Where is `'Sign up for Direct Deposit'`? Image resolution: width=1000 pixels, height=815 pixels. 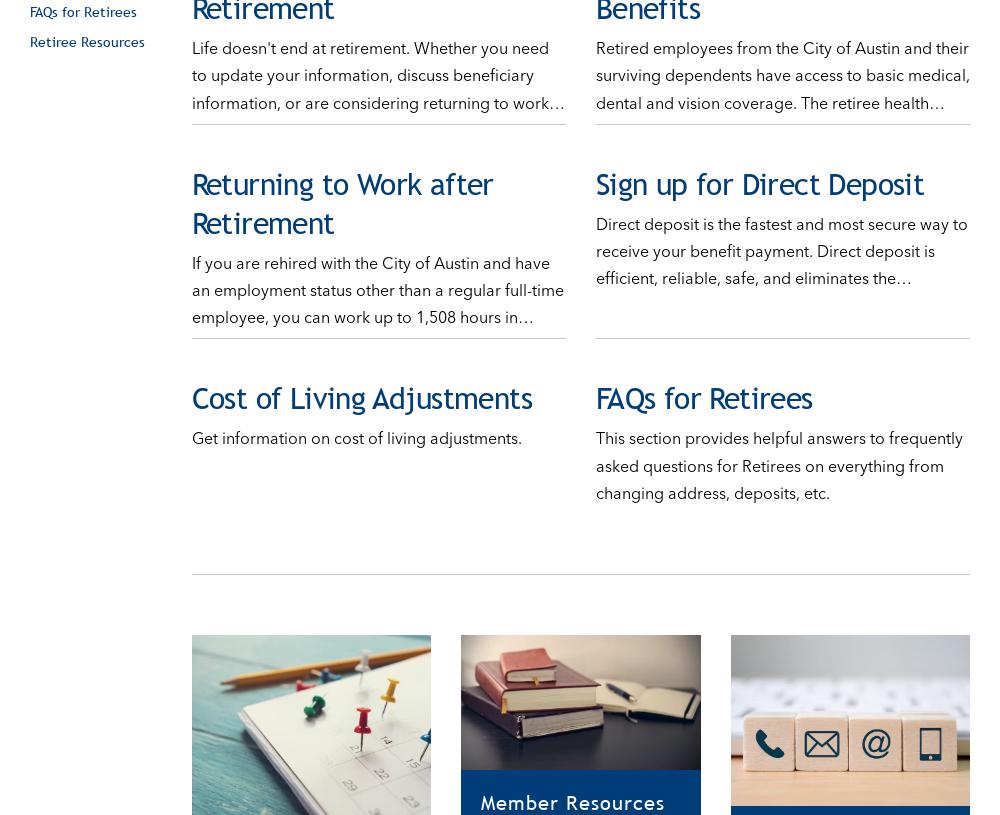
'Sign up for Direct Deposit' is located at coordinates (594, 163).